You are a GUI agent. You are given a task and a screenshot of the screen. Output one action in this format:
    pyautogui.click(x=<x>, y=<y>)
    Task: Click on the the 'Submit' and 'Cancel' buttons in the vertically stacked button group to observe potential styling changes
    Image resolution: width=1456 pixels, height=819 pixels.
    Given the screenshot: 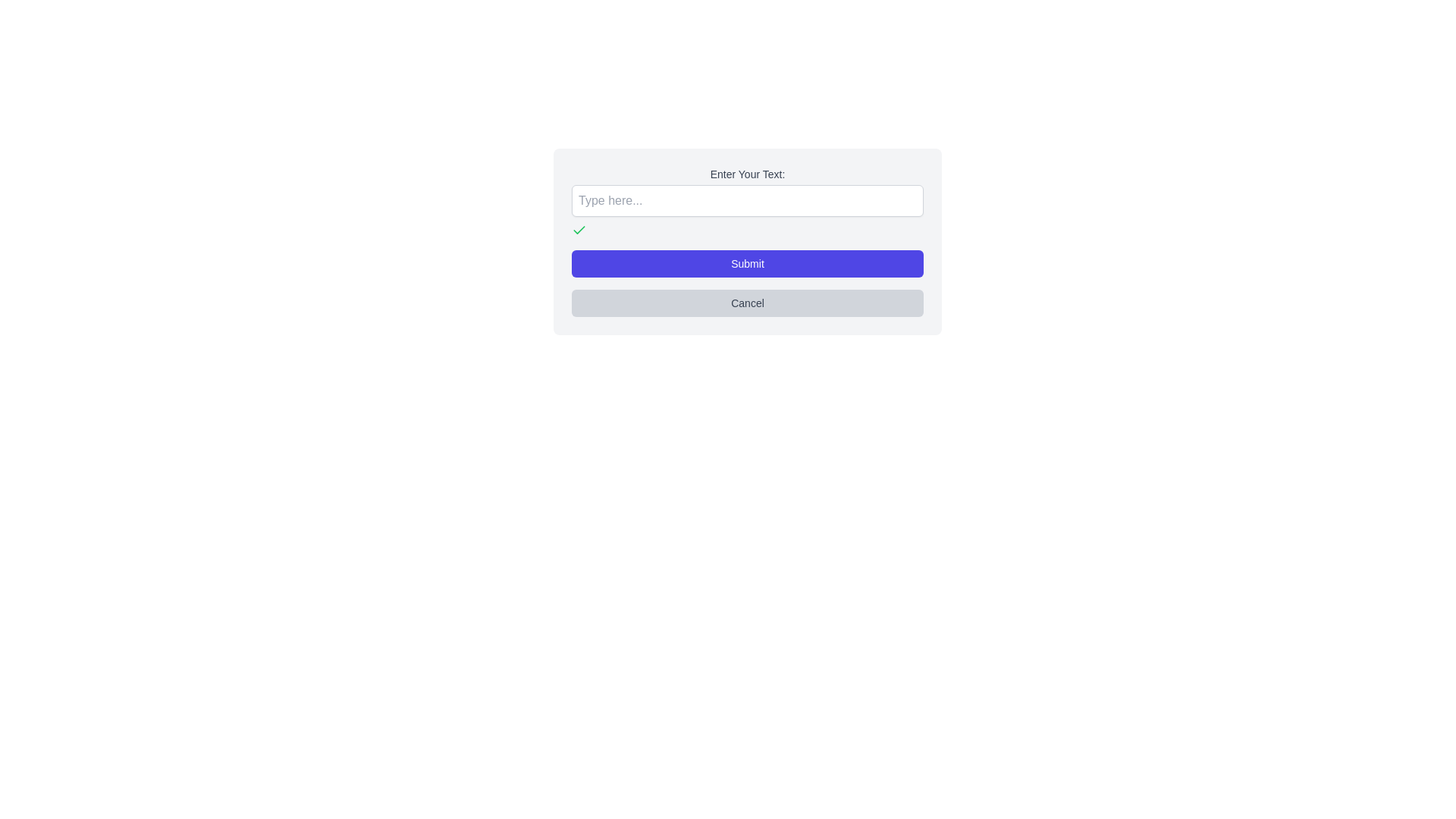 What is the action you would take?
    pyautogui.click(x=747, y=284)
    